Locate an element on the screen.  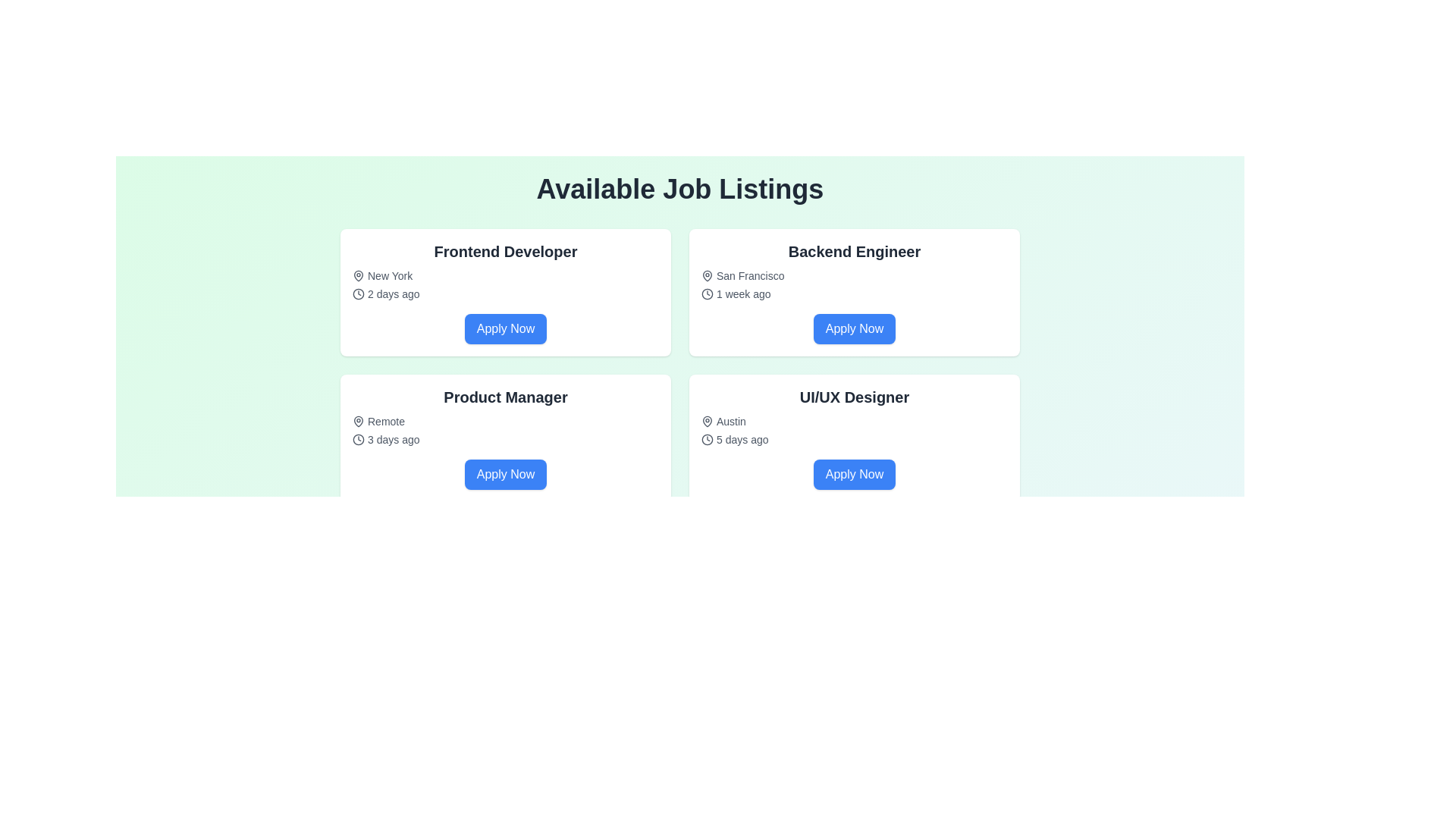
the outer circular boundary of the clock icon in the 'Frontend Developer' job card is located at coordinates (358, 294).